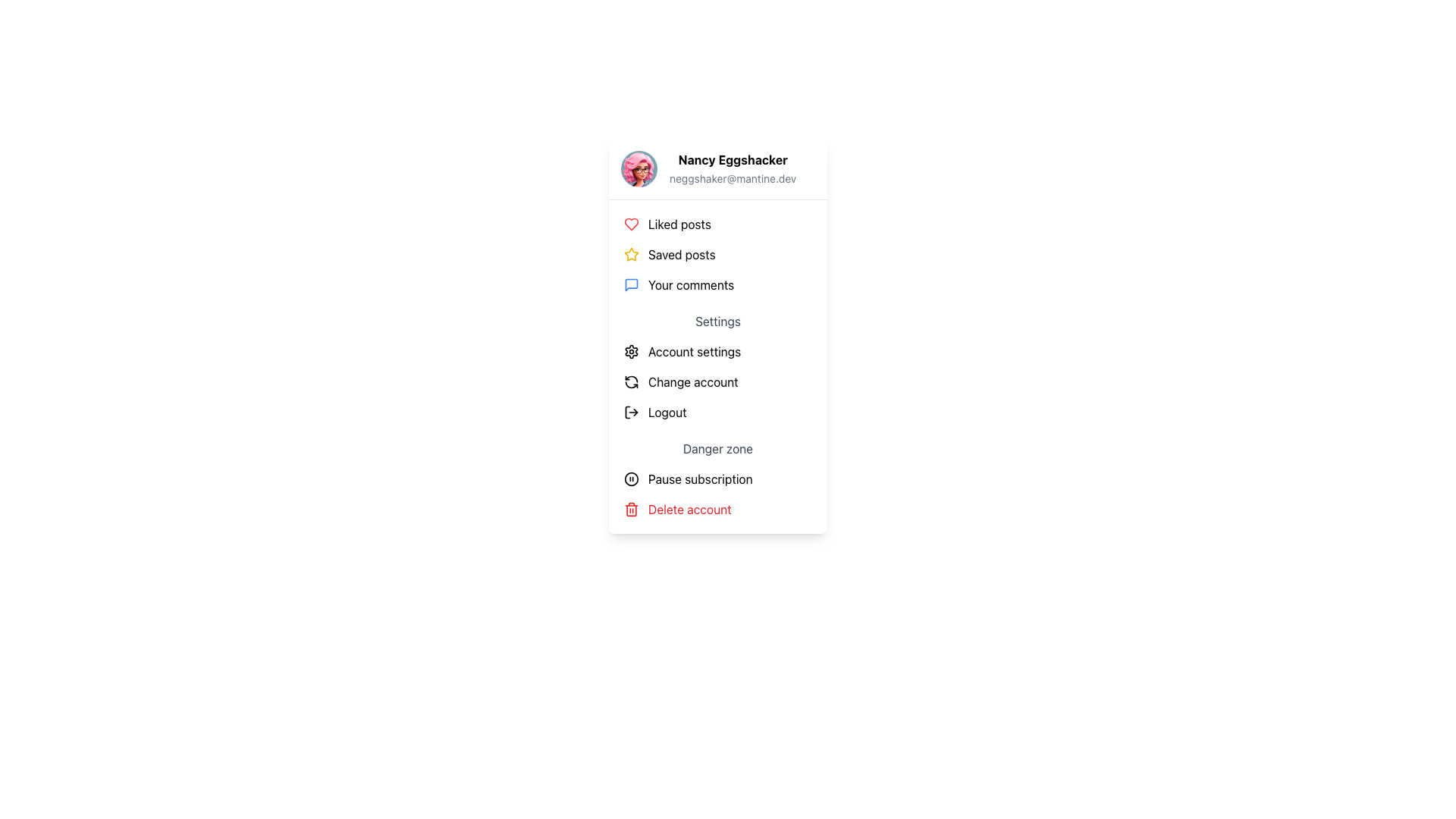 This screenshot has height=819, width=1456. Describe the element at coordinates (632, 253) in the screenshot. I see `the decorative star icon located in the second row of icons in the vertical menu list, directly to the left of the text 'Saved posts'` at that location.